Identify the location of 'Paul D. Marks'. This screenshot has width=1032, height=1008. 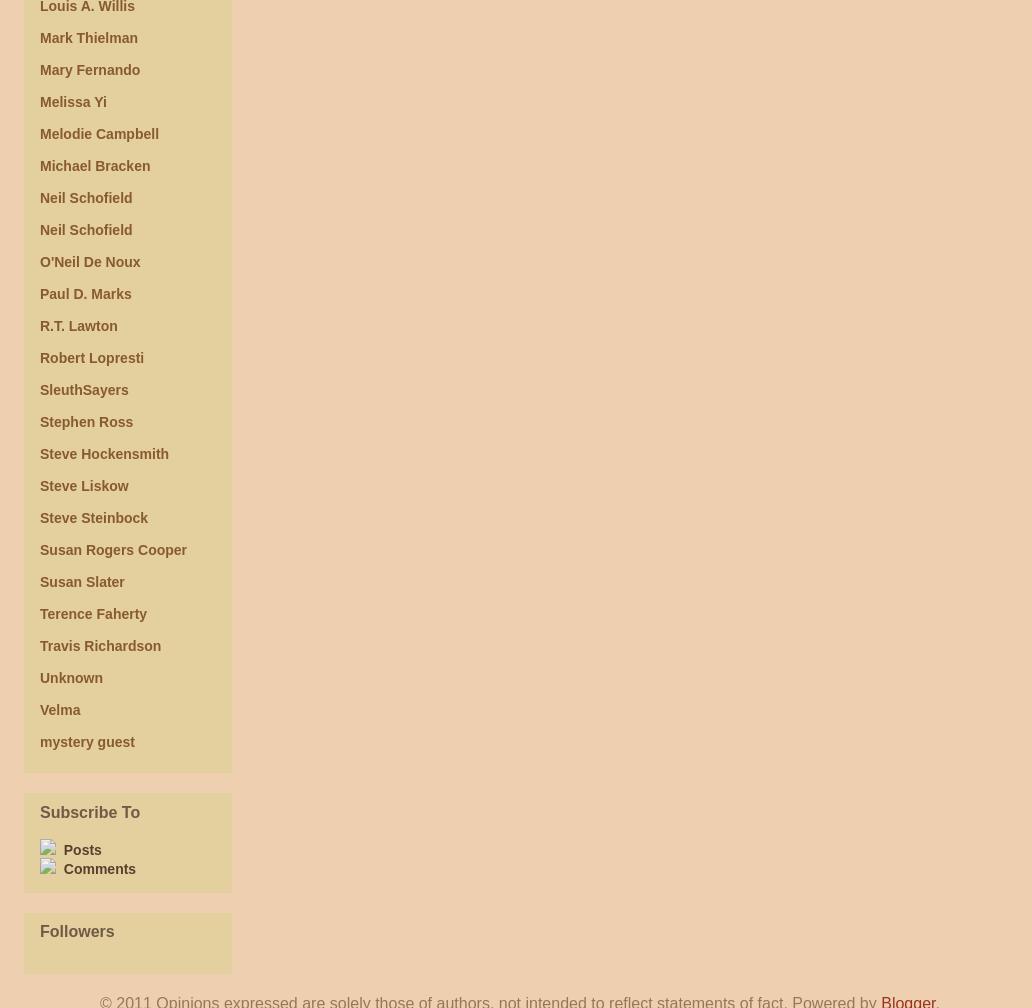
(85, 294).